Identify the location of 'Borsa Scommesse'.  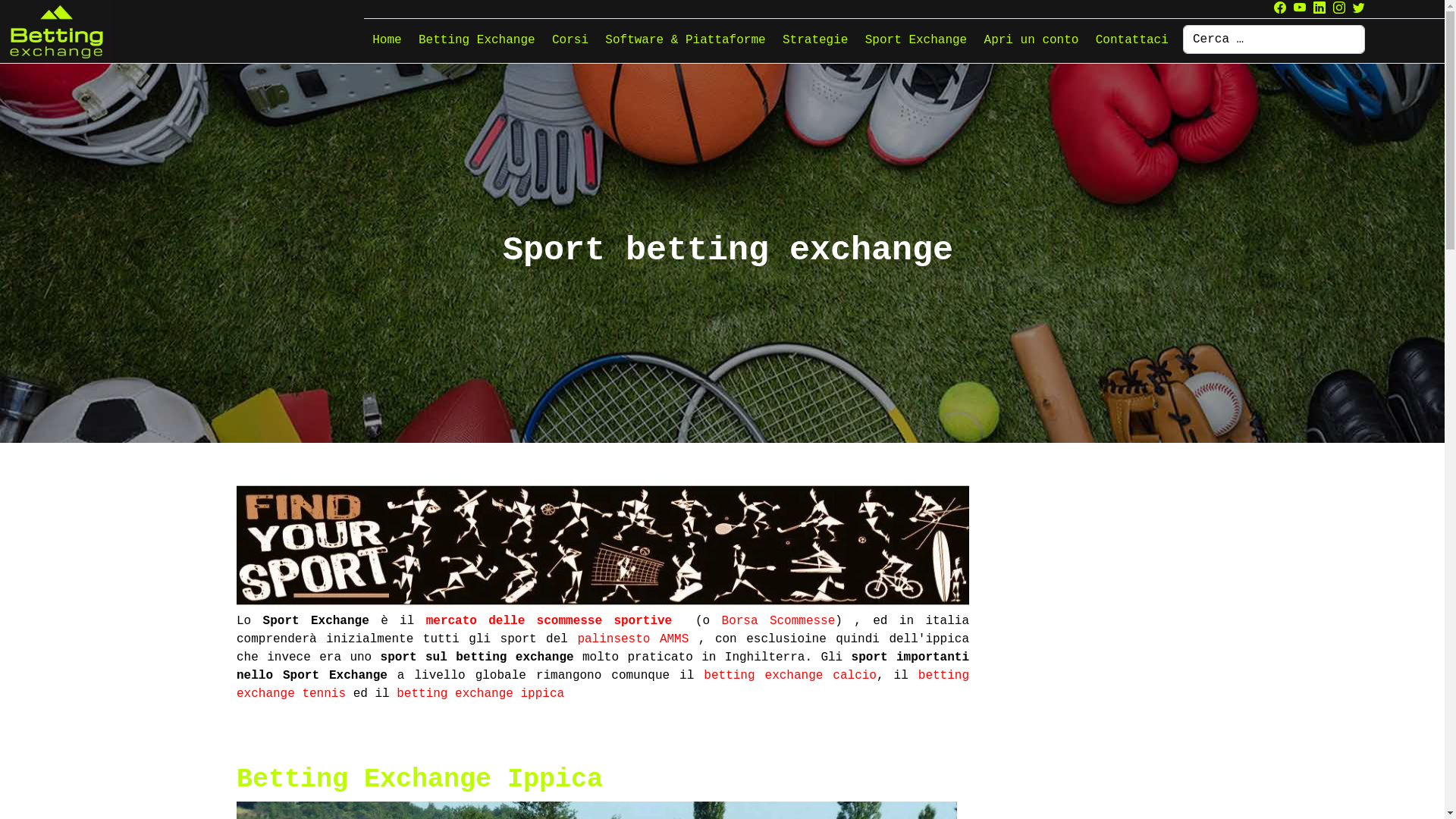
(779, 620).